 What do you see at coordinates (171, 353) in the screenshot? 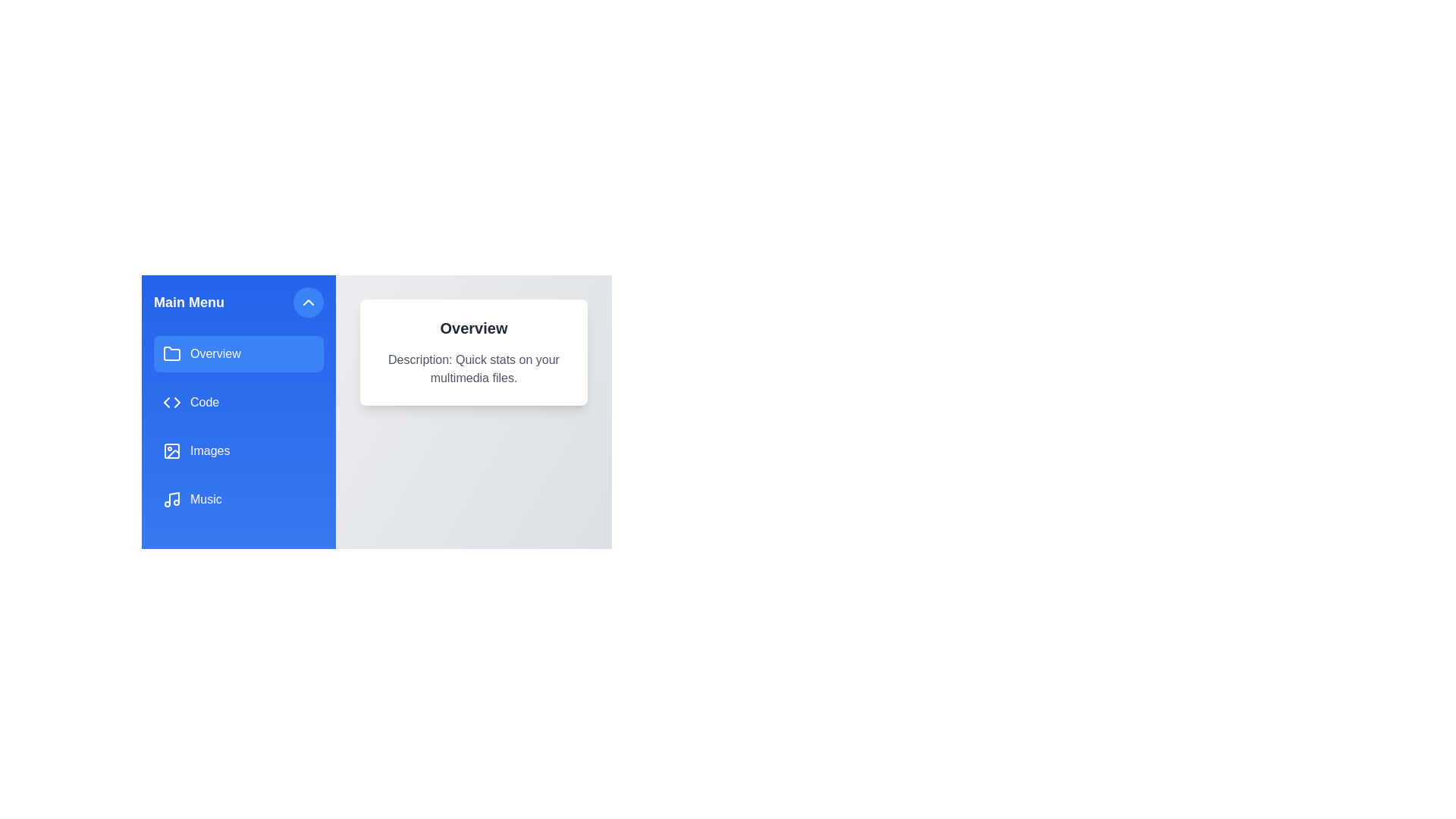
I see `the folder-shaped SVG icon with a blue background located in the 'Overview' menu item, positioned before the text label 'Overview'` at bounding box center [171, 353].